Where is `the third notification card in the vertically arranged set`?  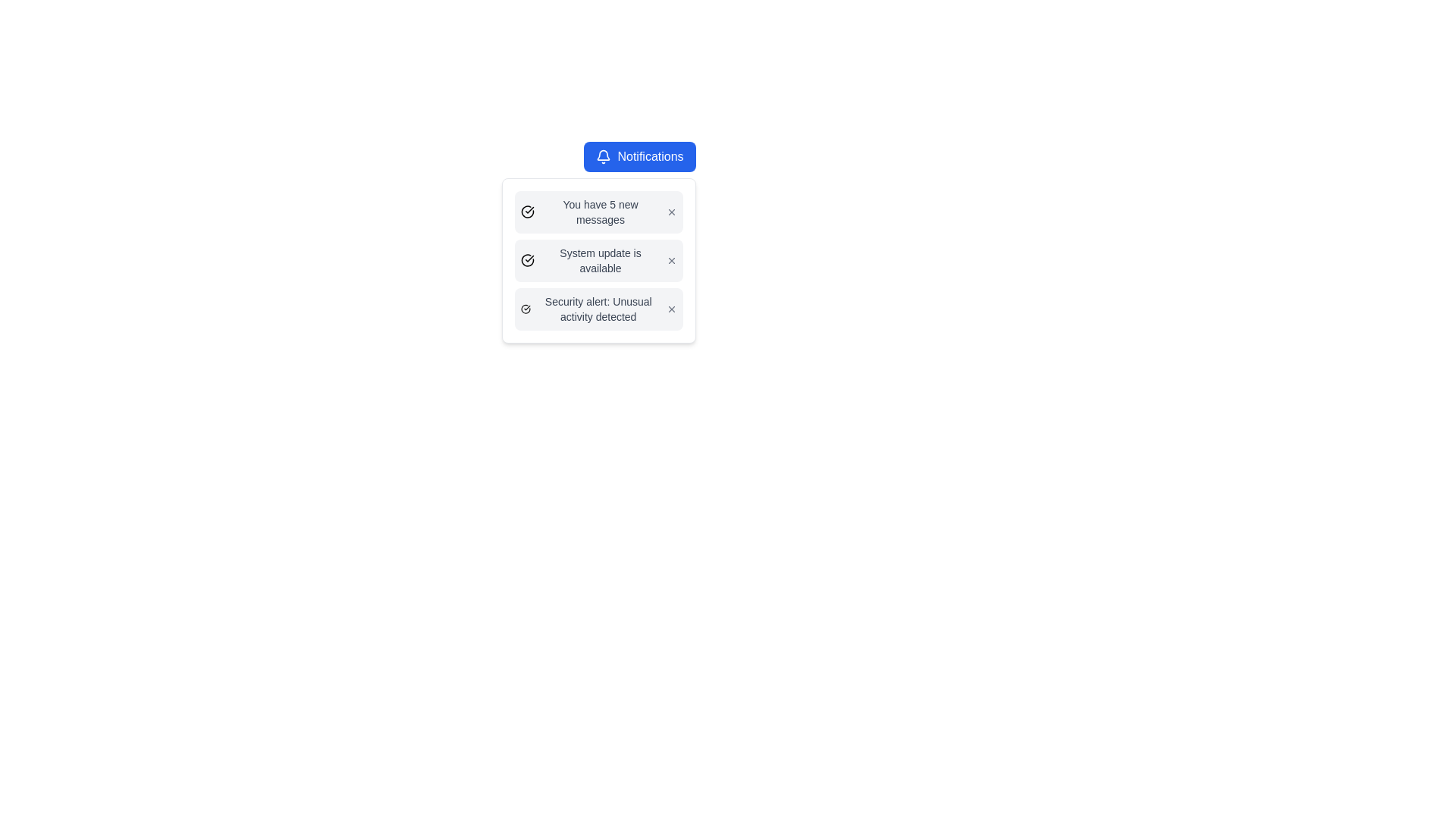 the third notification card in the vertically arranged set is located at coordinates (598, 309).